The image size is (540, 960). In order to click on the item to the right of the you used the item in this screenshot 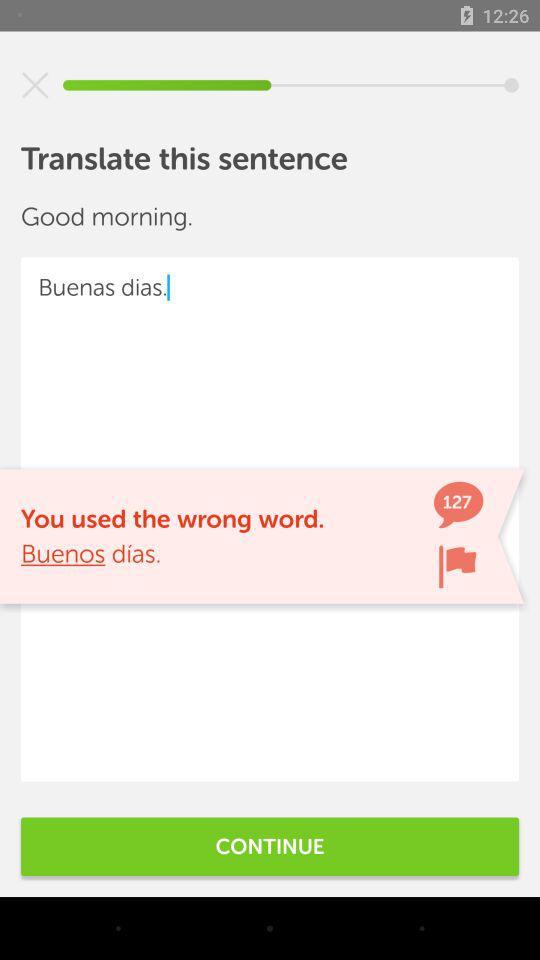, I will do `click(457, 566)`.